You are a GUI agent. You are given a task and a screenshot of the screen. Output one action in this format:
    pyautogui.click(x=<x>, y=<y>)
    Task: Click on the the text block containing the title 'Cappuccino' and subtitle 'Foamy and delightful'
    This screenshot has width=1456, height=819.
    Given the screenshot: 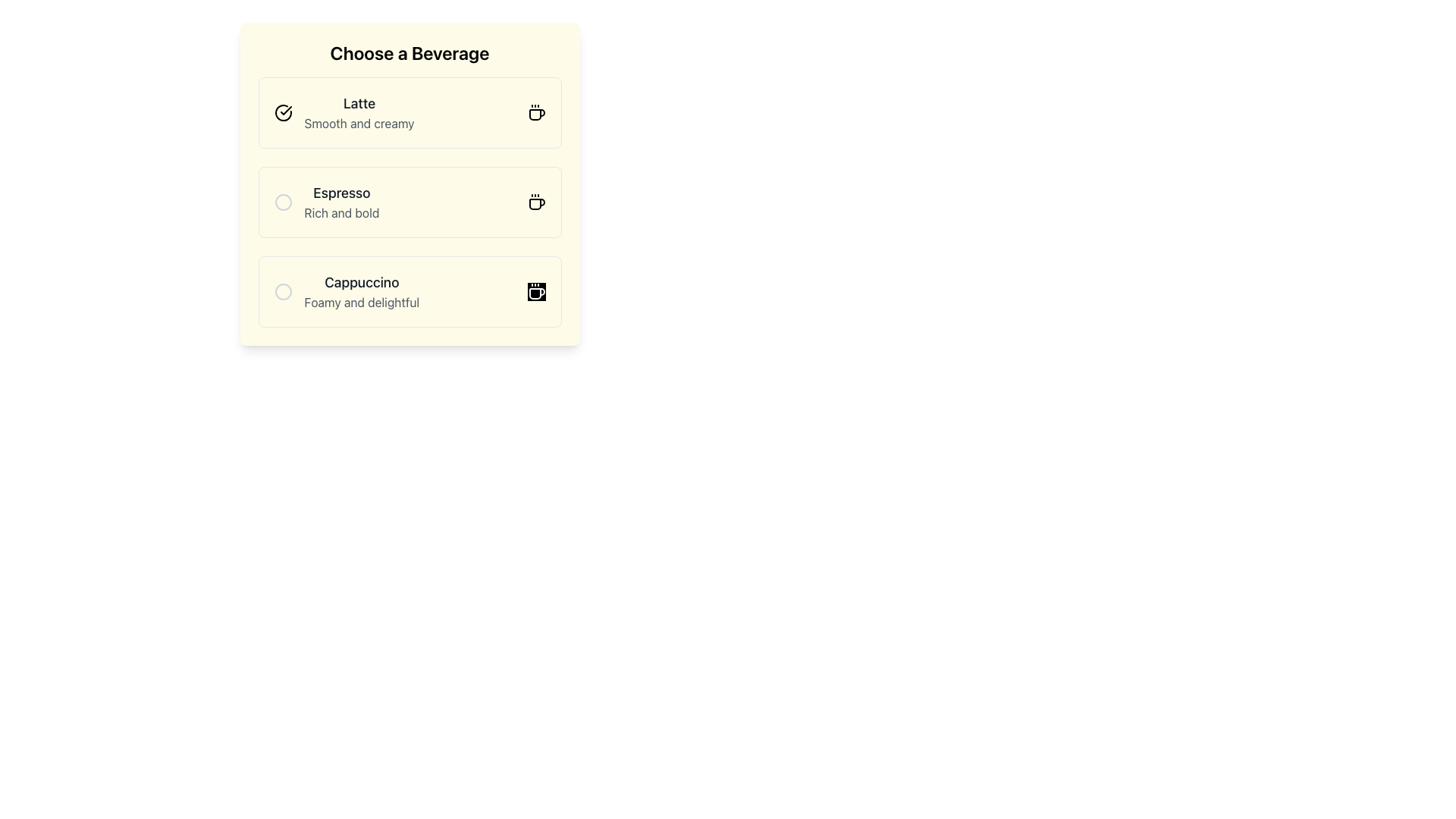 What is the action you would take?
    pyautogui.click(x=361, y=292)
    